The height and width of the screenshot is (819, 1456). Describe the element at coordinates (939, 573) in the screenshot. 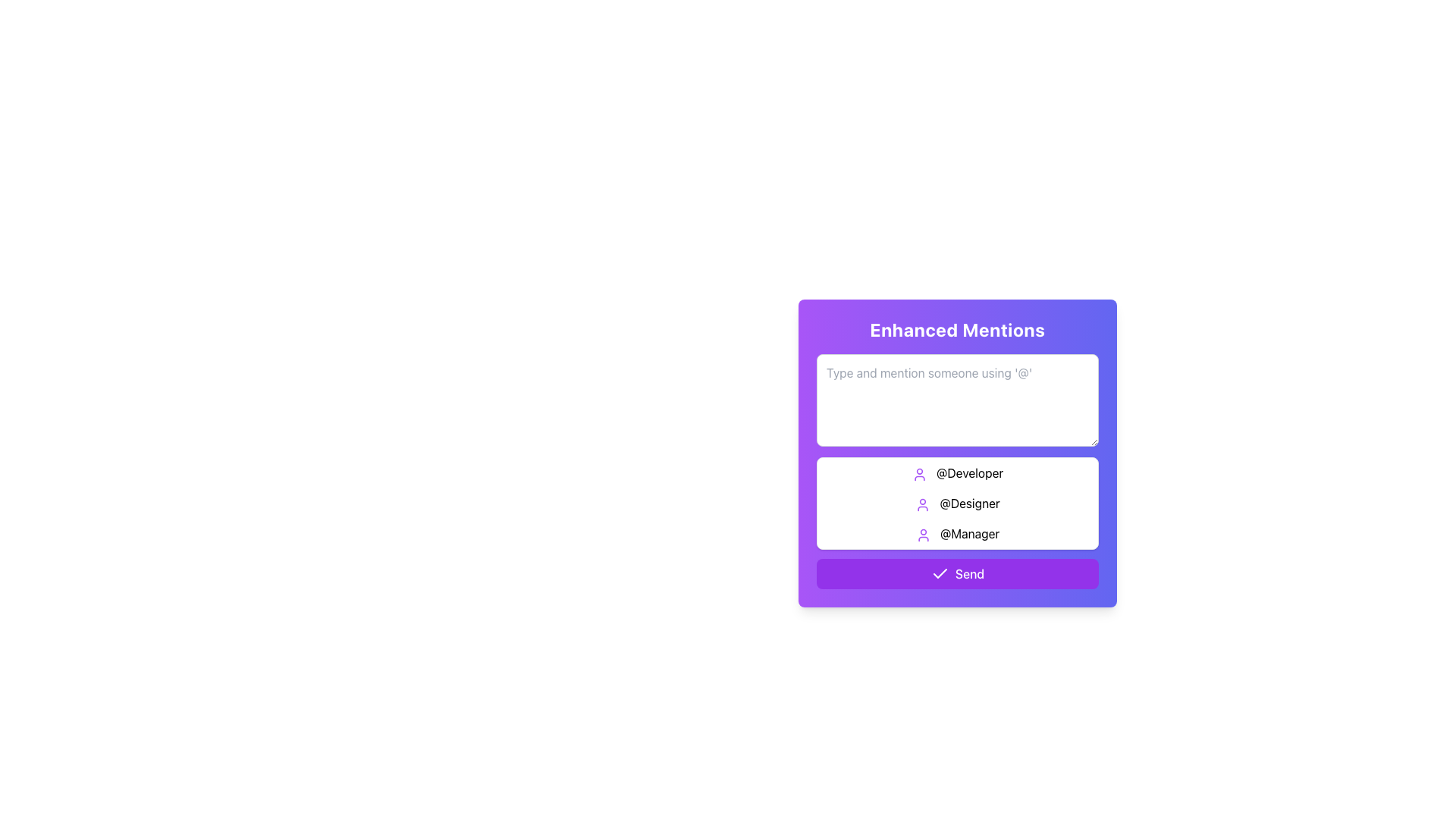

I see `the checkmark icon located within the 'Send' button, which is styled with a thin stroke and rounded line caps, positioned to the left of the text 'Send'` at that location.